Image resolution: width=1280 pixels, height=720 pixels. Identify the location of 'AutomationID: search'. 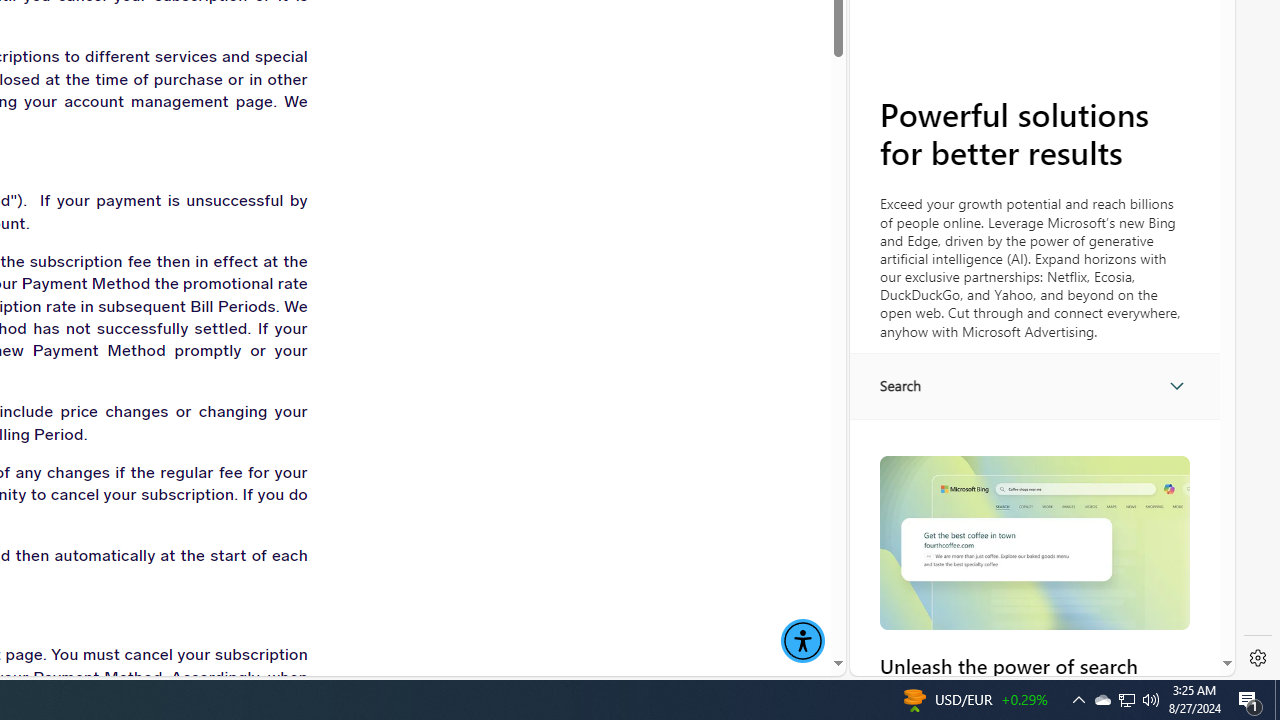
(1034, 385).